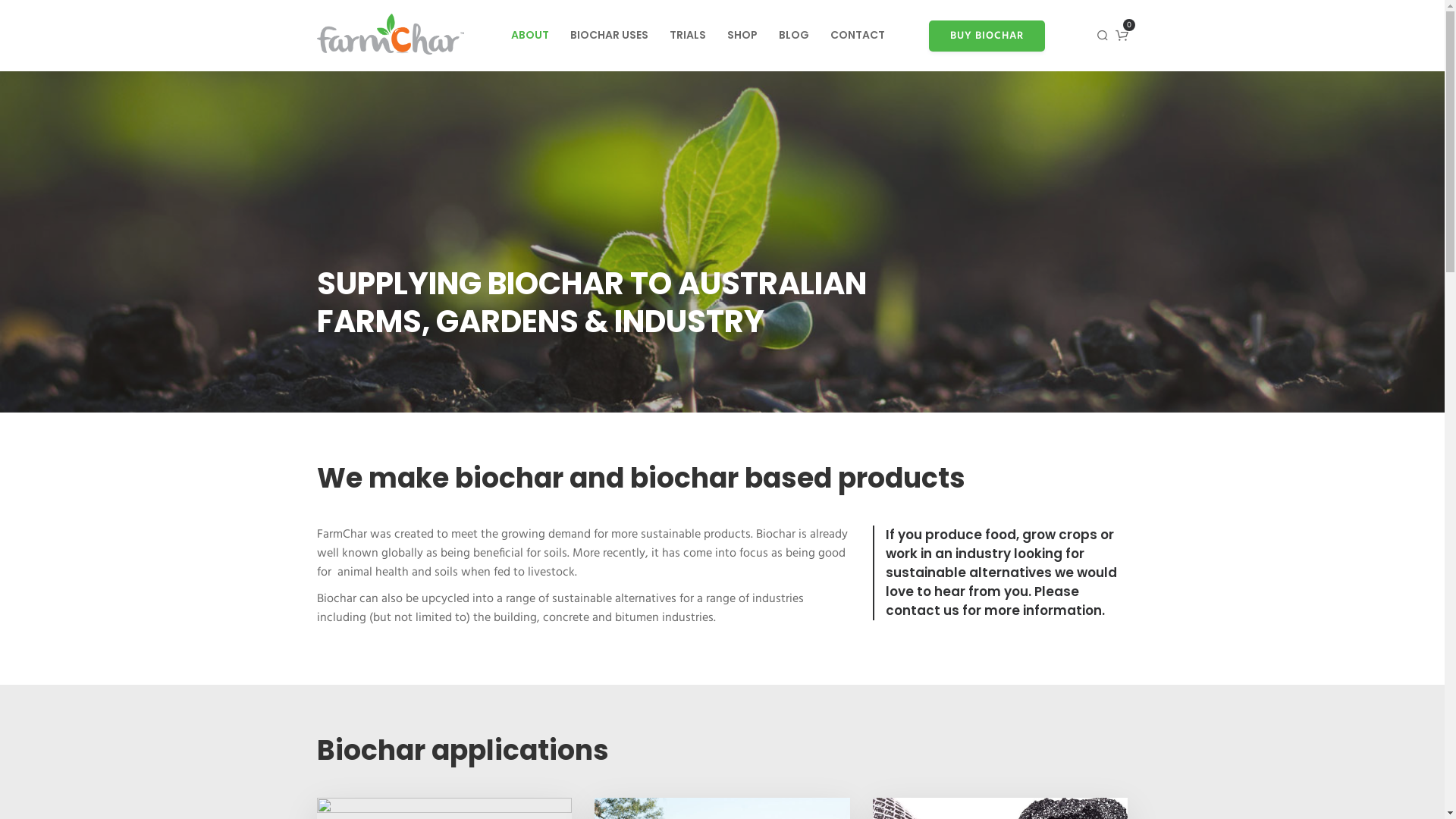 The height and width of the screenshot is (819, 1456). I want to click on 'CONTACT', so click(856, 34).